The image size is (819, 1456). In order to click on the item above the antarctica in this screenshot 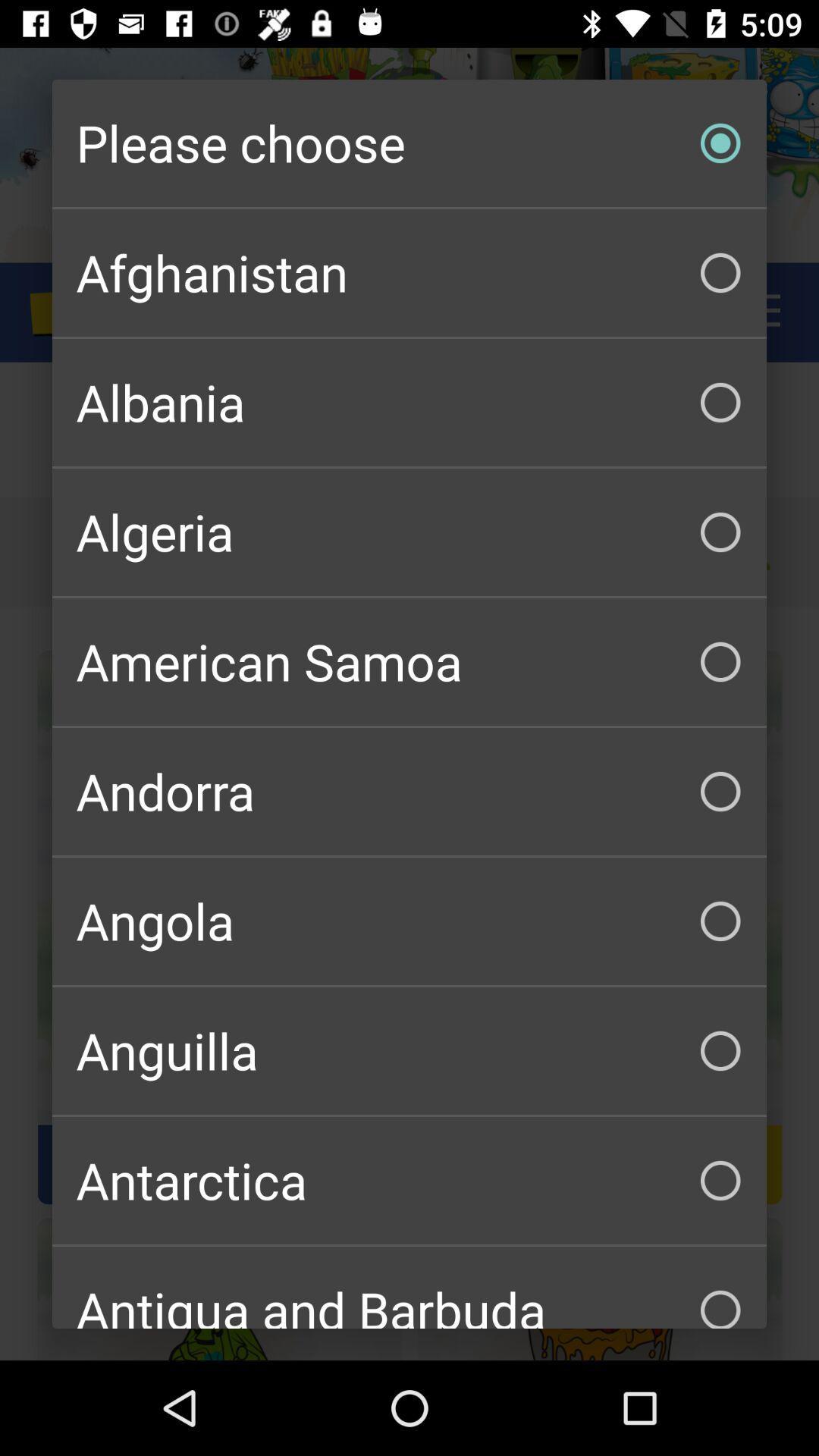, I will do `click(409, 1050)`.